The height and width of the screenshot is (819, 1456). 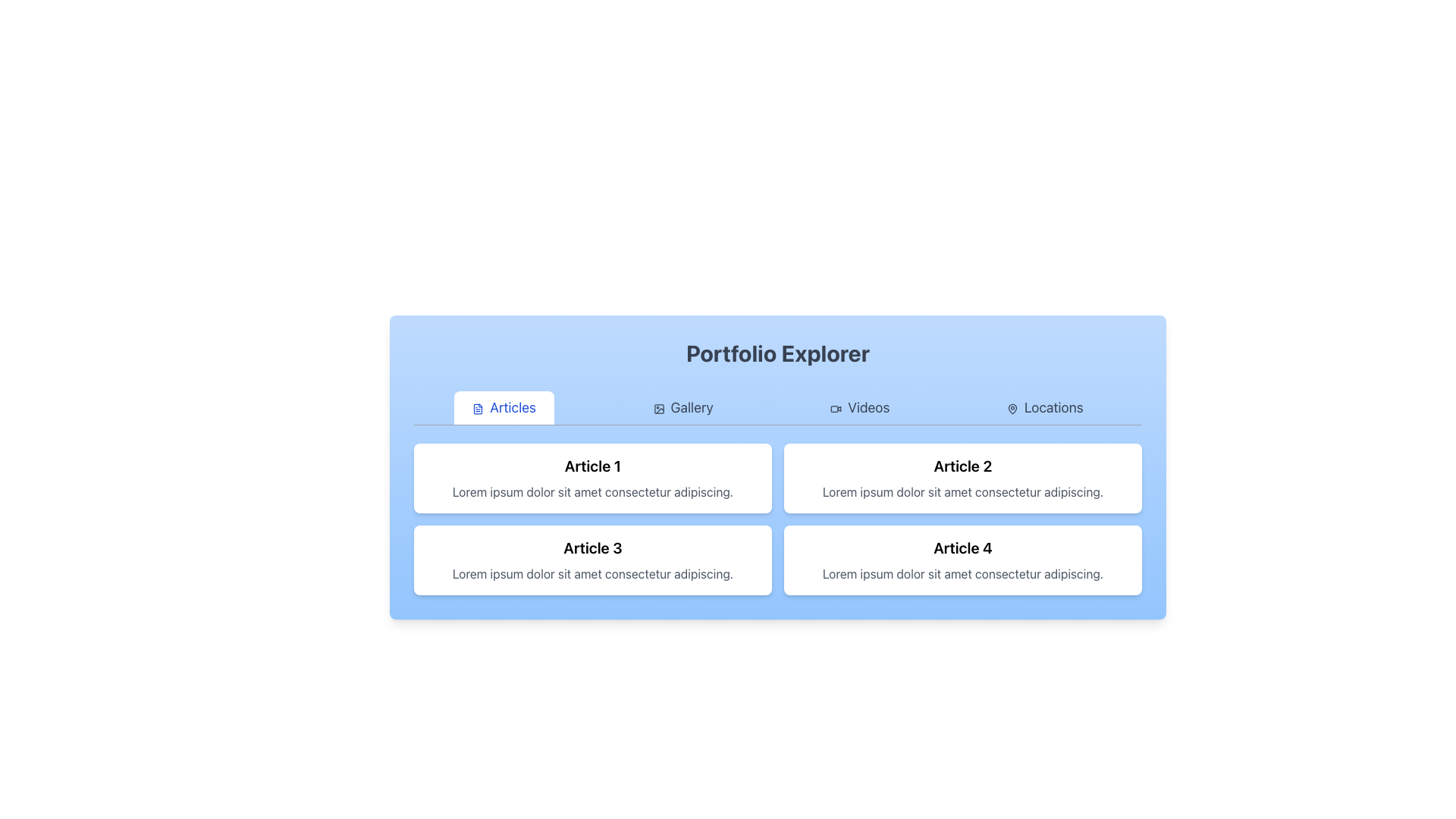 What do you see at coordinates (1012, 408) in the screenshot?
I see `the Icon representing the 'Locations' section within the 'Portfolio Explorer' navigation bar, located to the left of the 'Locations' label` at bounding box center [1012, 408].